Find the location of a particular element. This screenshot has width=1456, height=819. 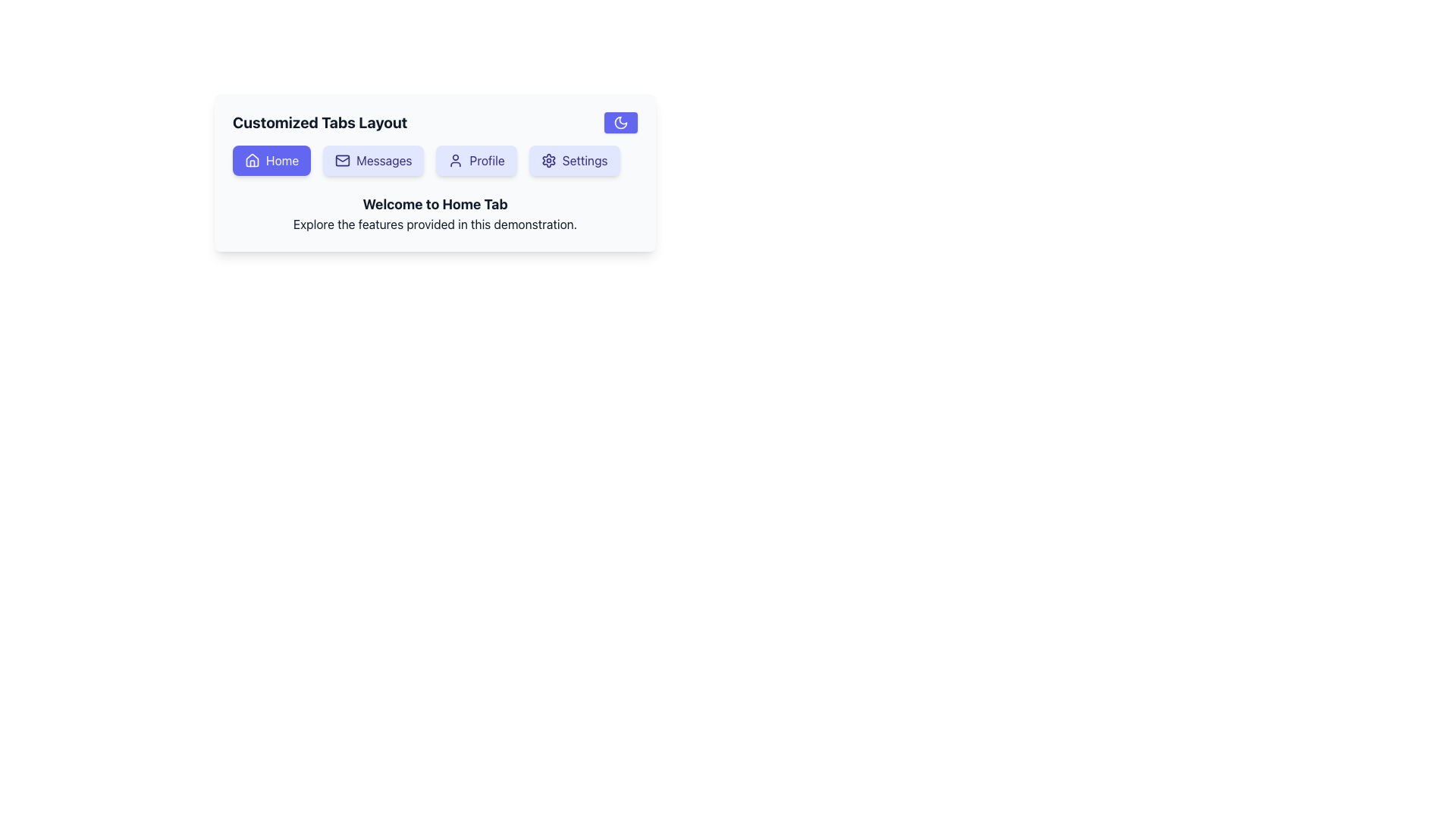

informational text block located at the bottom of the 'Home Tab' layout, which describes its features is located at coordinates (435, 213).